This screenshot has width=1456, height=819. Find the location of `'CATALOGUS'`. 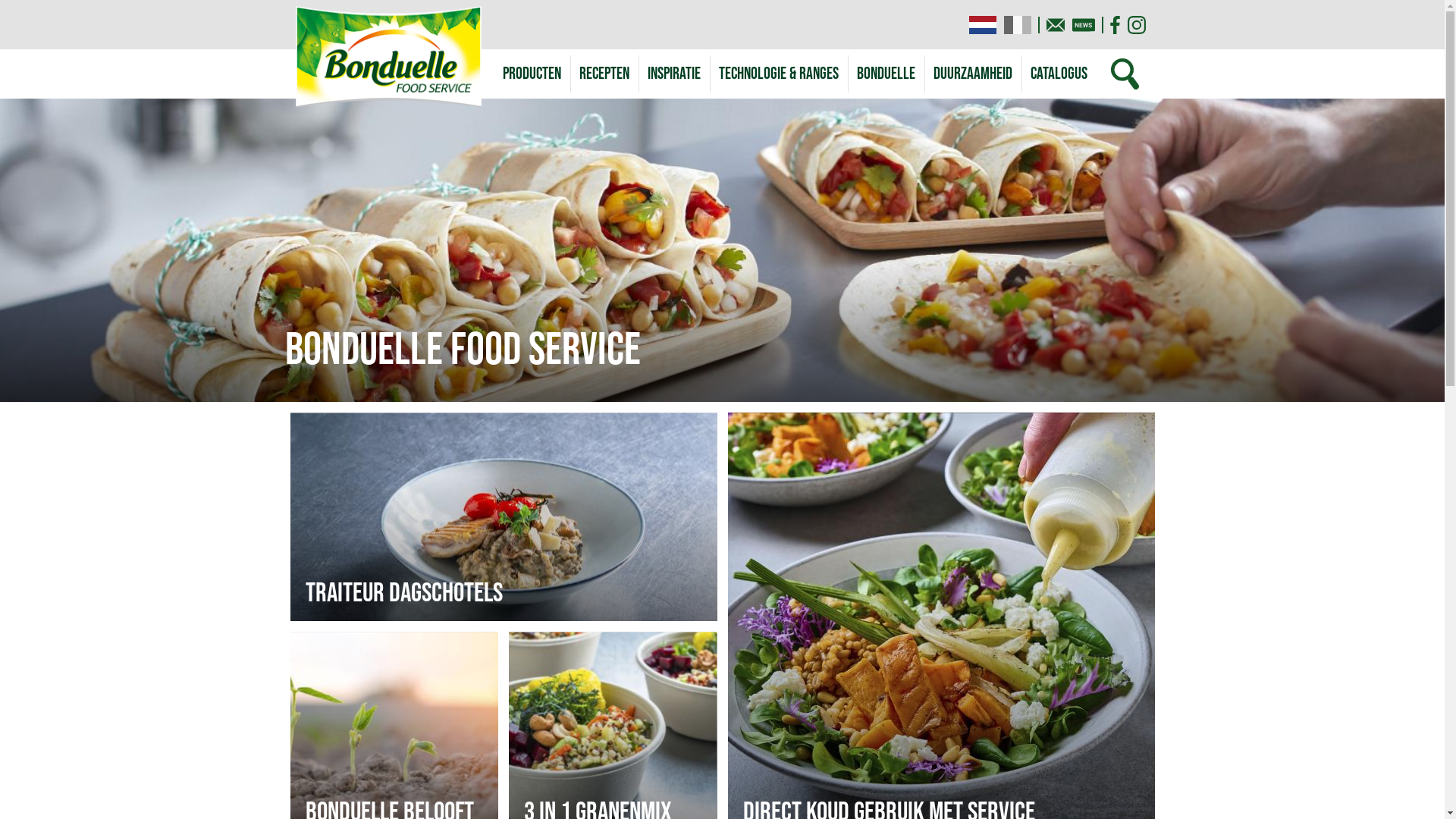

'CATALOGUS' is located at coordinates (1057, 74).